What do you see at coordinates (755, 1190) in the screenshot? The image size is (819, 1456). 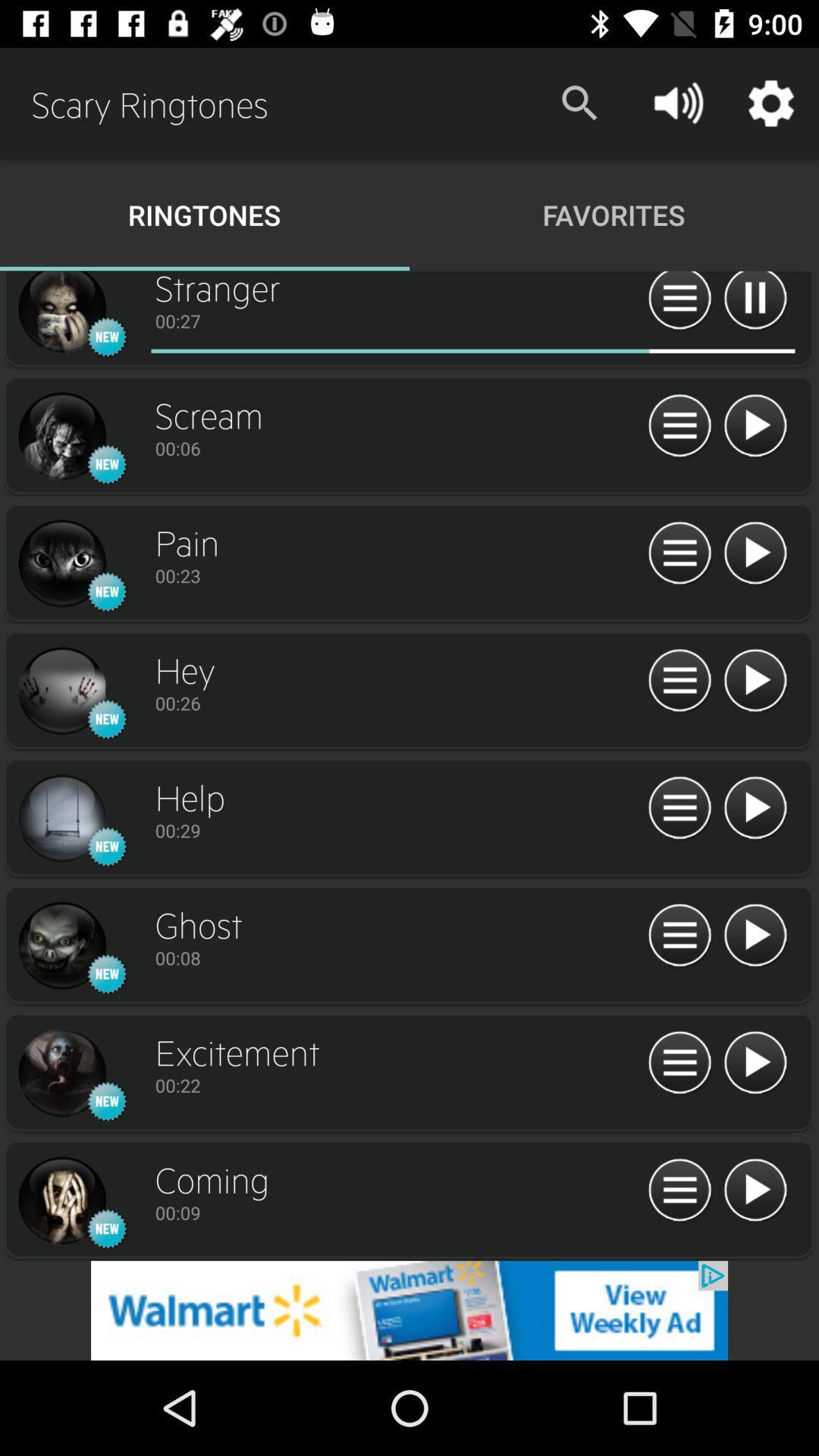 I see `the play button` at bounding box center [755, 1190].